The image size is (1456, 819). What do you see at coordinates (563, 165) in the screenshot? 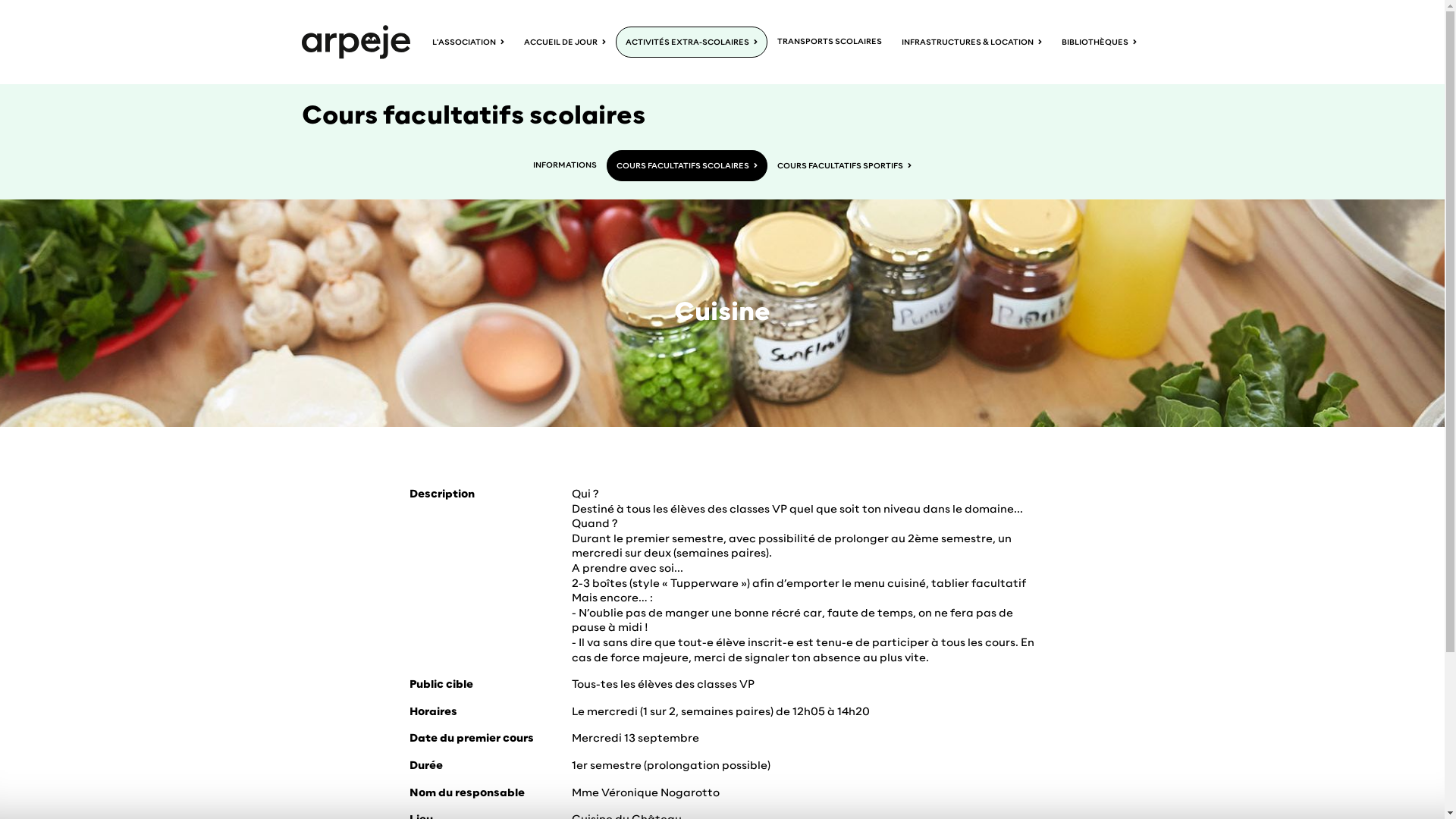
I see `'INFORMATIONS'` at bounding box center [563, 165].